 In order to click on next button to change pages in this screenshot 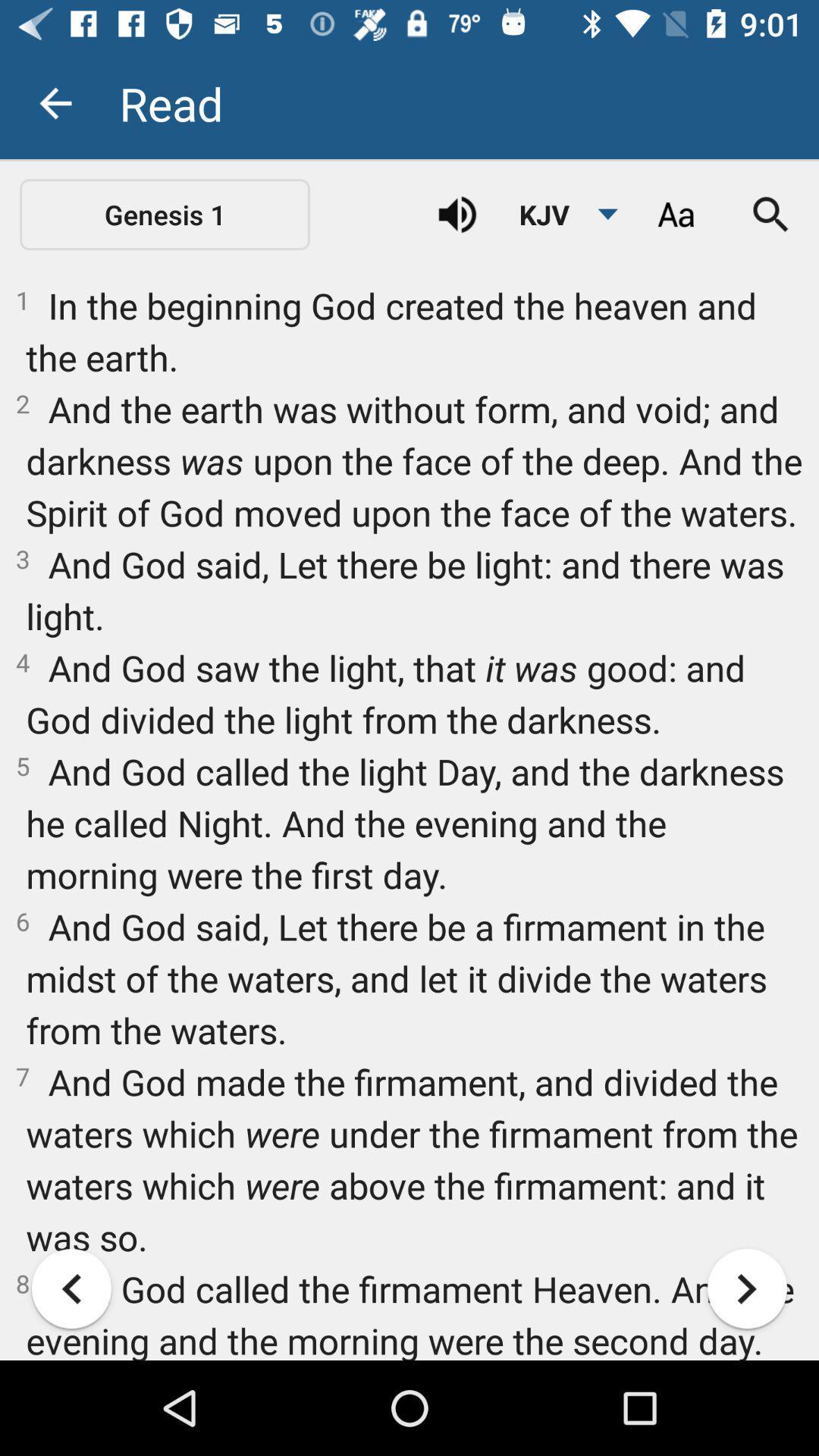, I will do `click(746, 1288)`.